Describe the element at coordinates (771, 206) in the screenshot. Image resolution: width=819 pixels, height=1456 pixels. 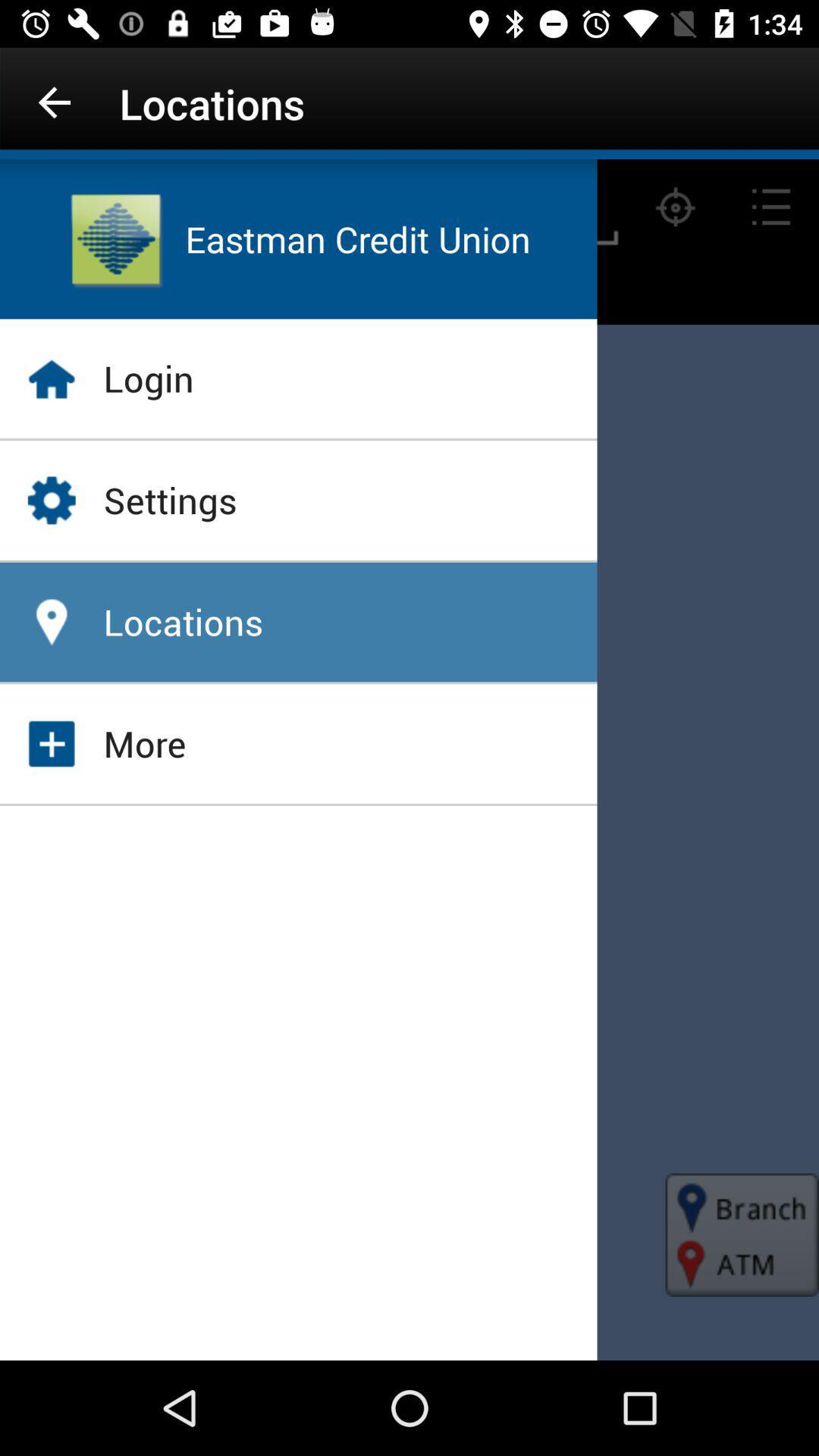
I see `the list icon` at that location.